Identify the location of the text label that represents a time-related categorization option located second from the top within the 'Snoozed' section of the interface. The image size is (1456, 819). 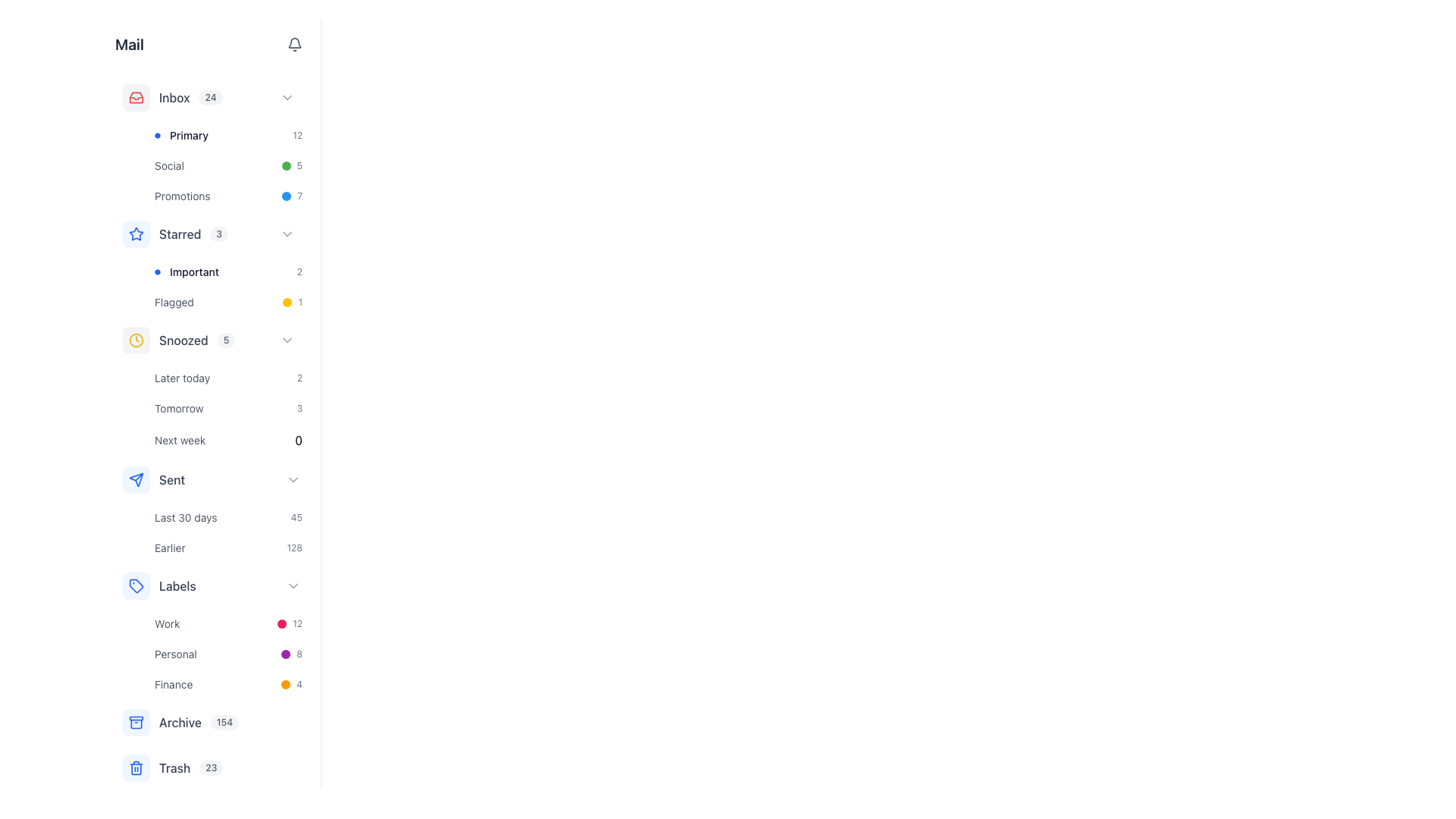
(182, 377).